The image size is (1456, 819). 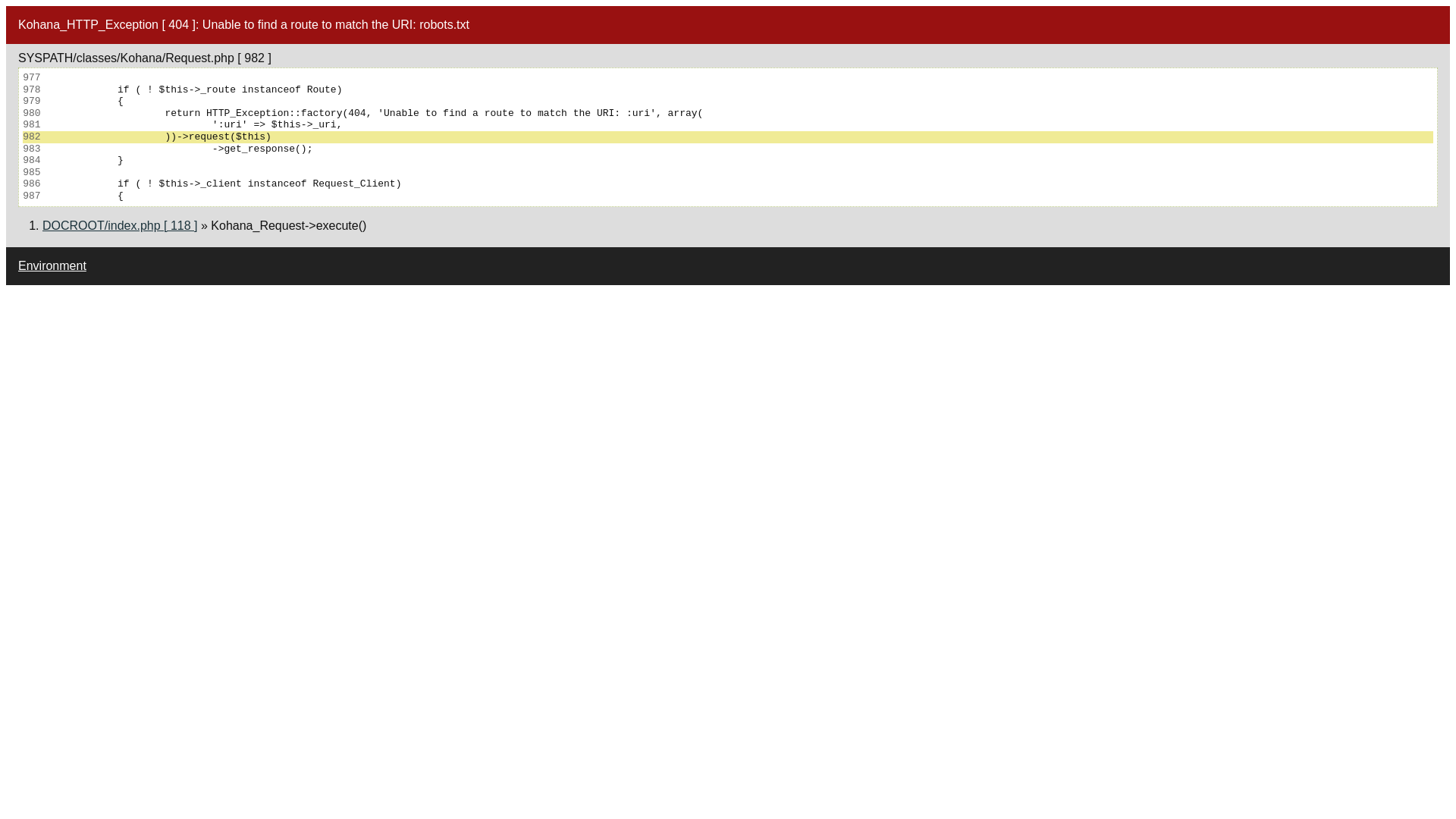 What do you see at coordinates (52, 265) in the screenshot?
I see `'Environment'` at bounding box center [52, 265].